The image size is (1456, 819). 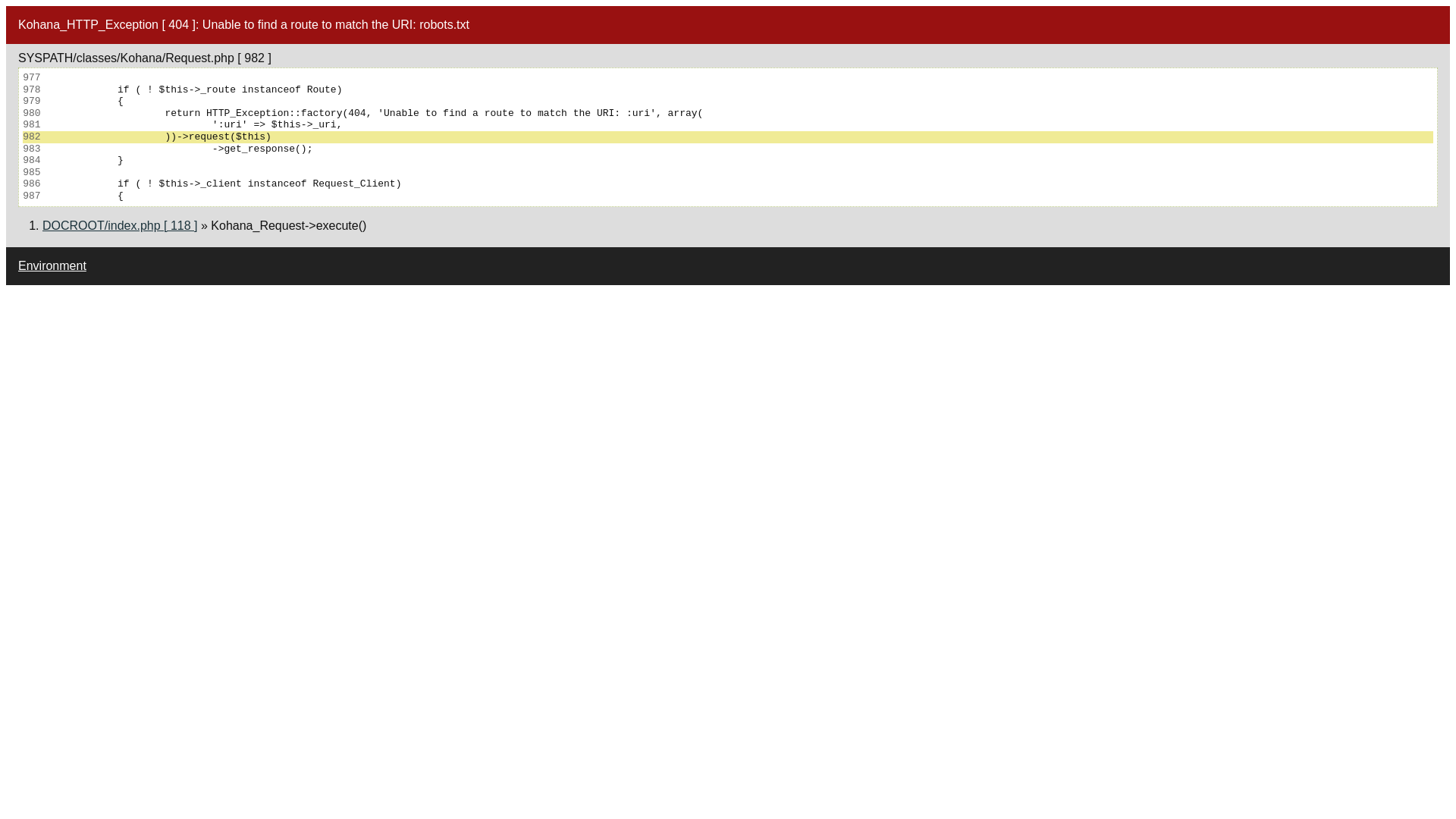 What do you see at coordinates (52, 265) in the screenshot?
I see `'Environment'` at bounding box center [52, 265].